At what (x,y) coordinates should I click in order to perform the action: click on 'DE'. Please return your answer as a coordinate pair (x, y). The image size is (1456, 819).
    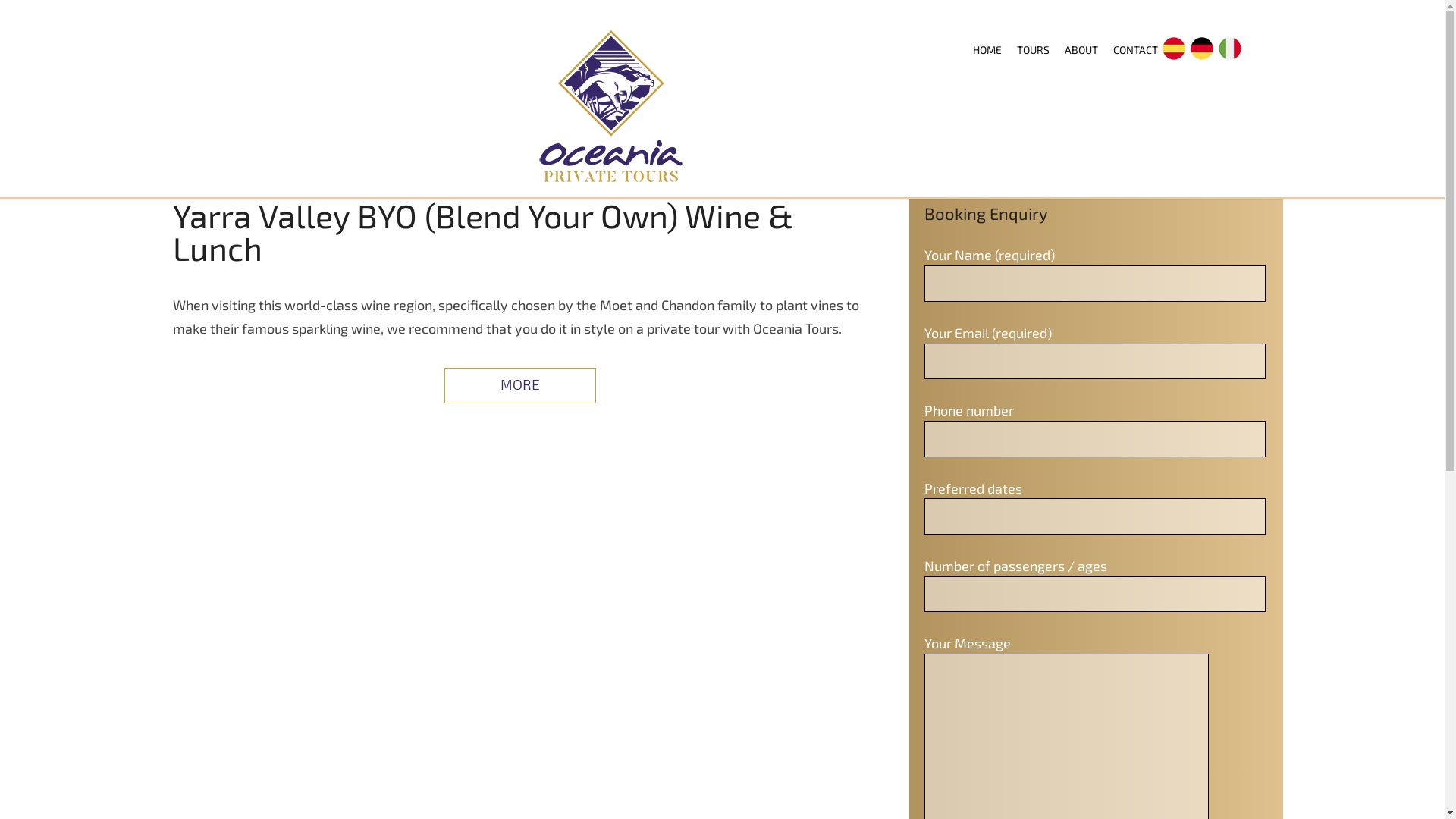
    Looking at the image, I should click on (1200, 63).